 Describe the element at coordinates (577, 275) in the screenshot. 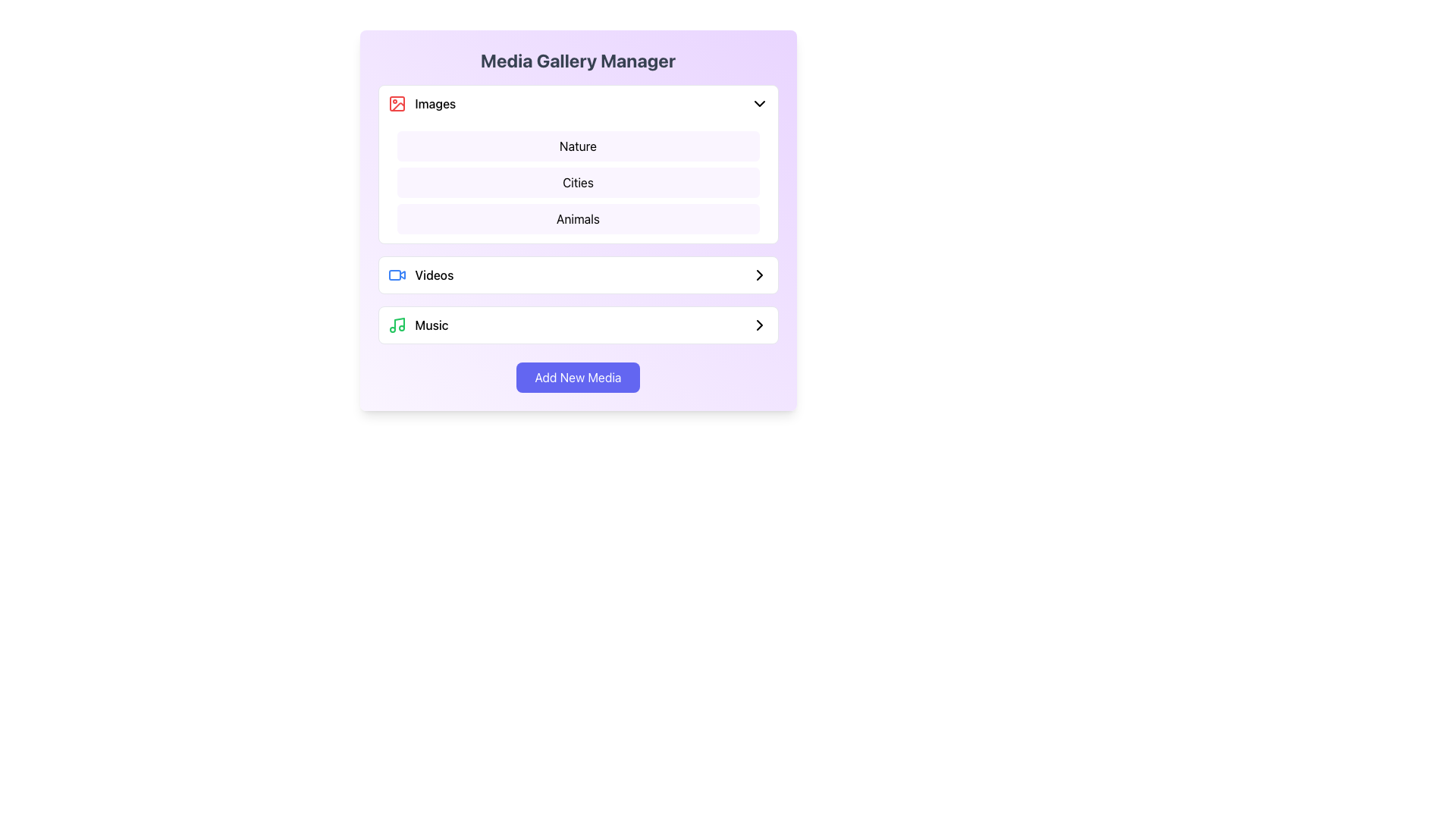

I see `the 'Videos' list item in the Media Gallery Manager` at that location.